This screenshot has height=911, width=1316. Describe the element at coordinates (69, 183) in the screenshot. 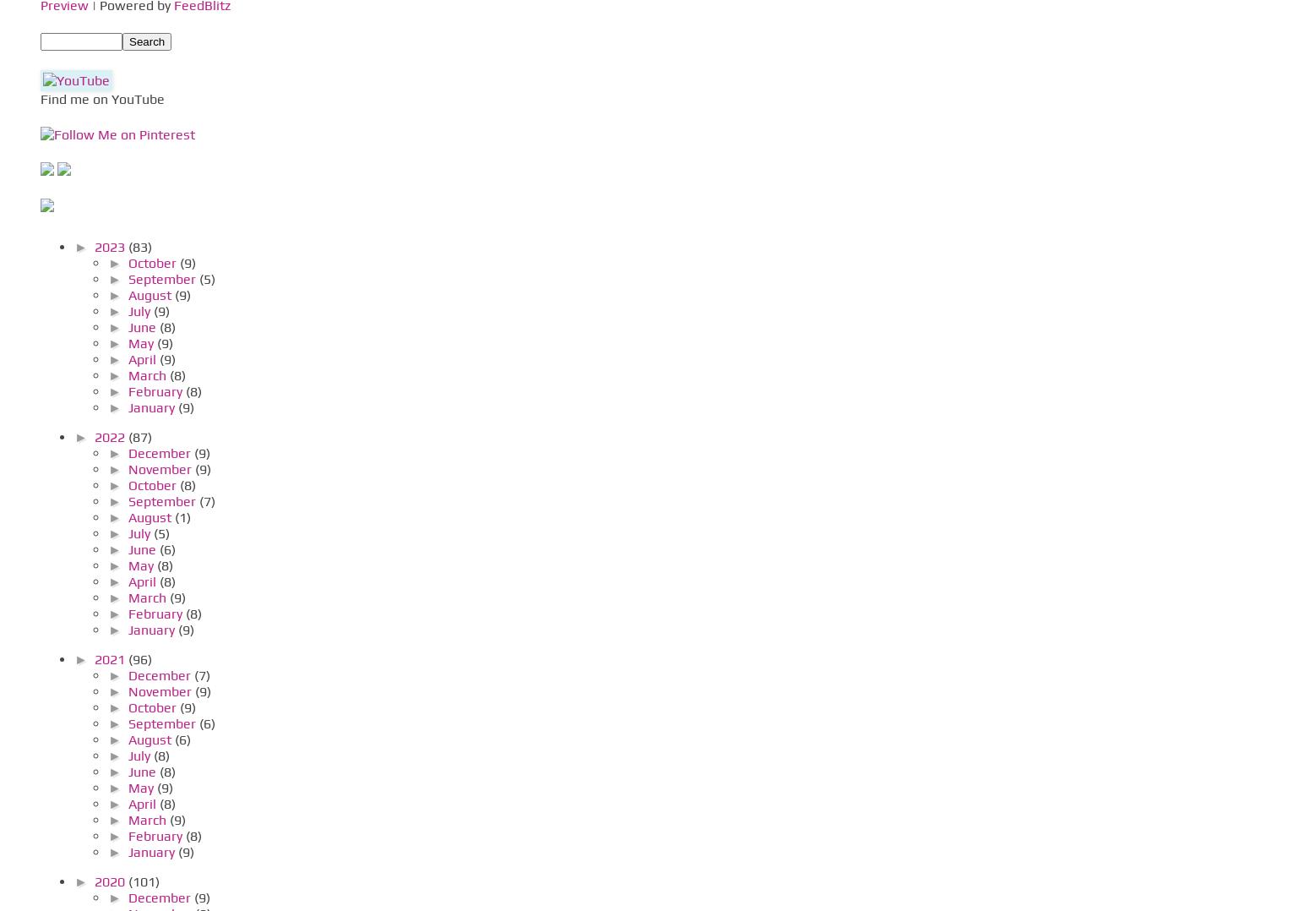

I see `'Contact me'` at that location.